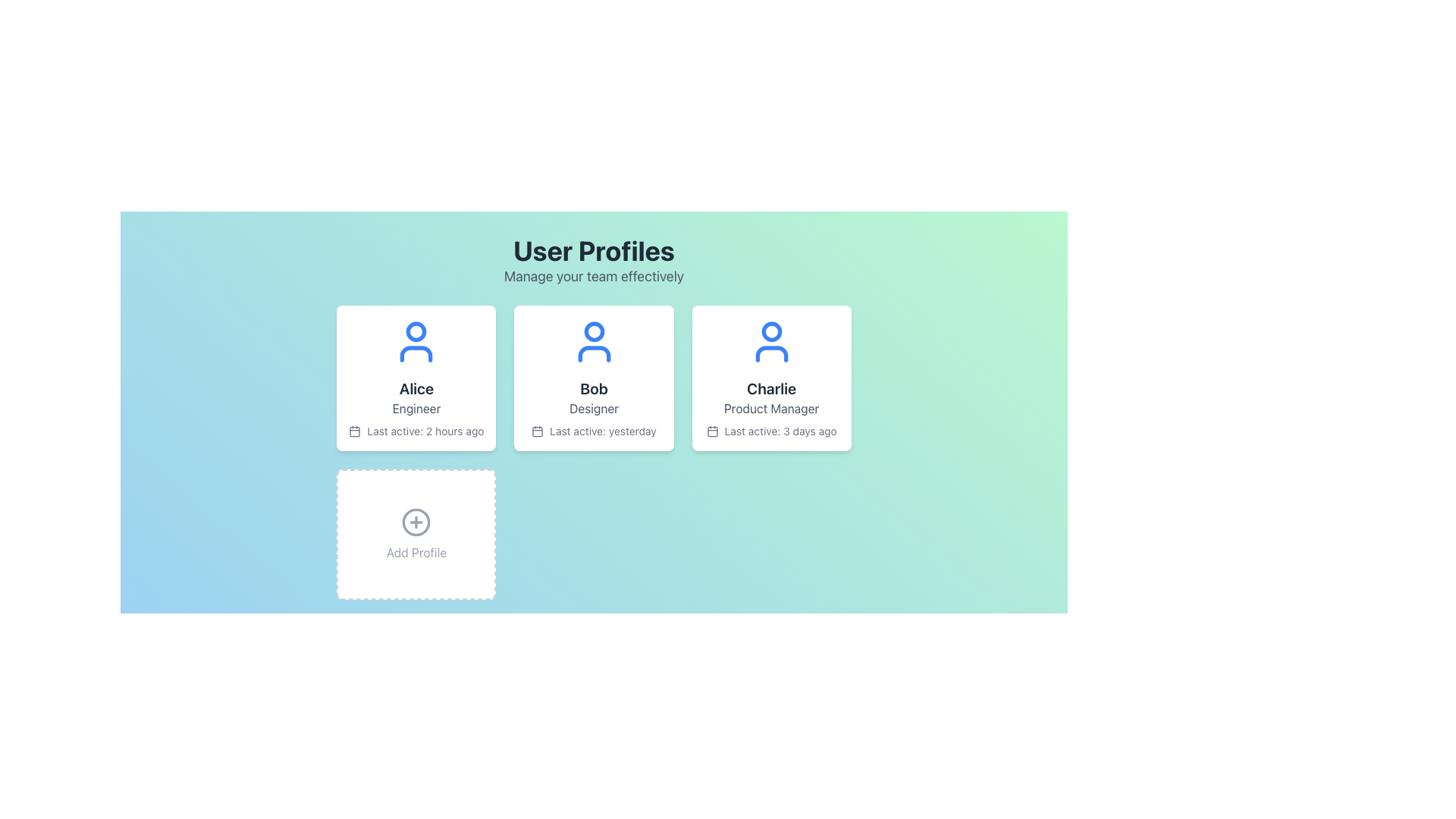 Image resolution: width=1456 pixels, height=819 pixels. I want to click on the text label displaying 'Bob' in bold, larger font within the user profile card, located below the user icon and above the text 'Designer', so click(593, 388).